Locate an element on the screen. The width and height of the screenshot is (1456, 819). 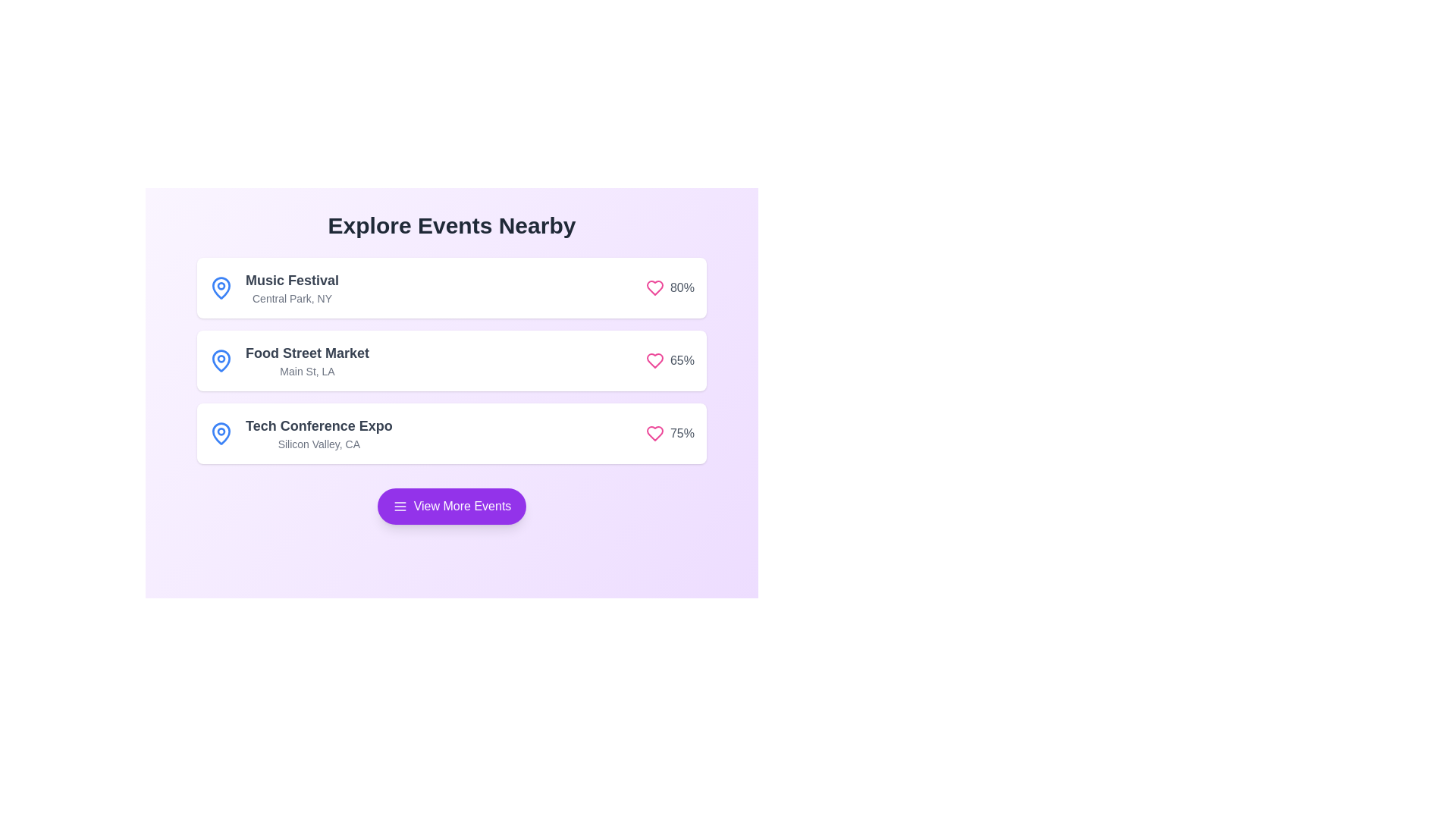
text displayed in the text label showing 'Silicon Valley, CA', which is positioned below the title 'Tech Conference Expo' in the event listings is located at coordinates (318, 444).